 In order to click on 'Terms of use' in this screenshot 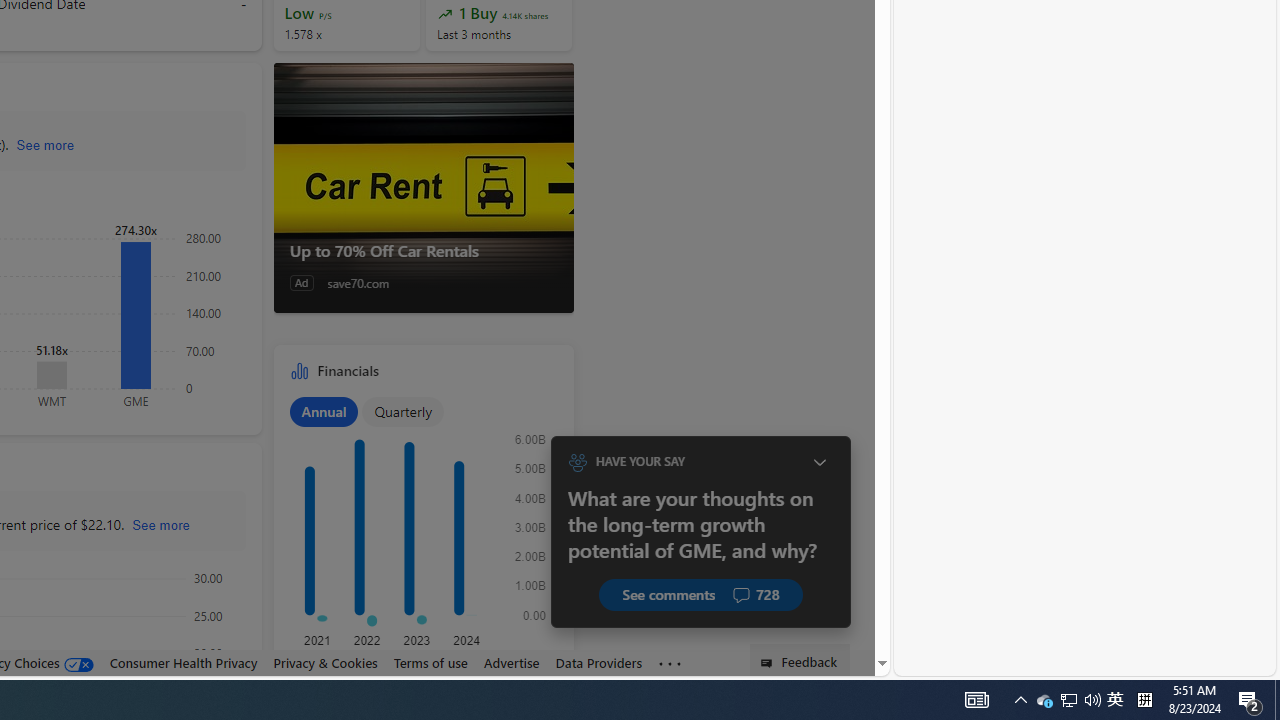, I will do `click(429, 662)`.